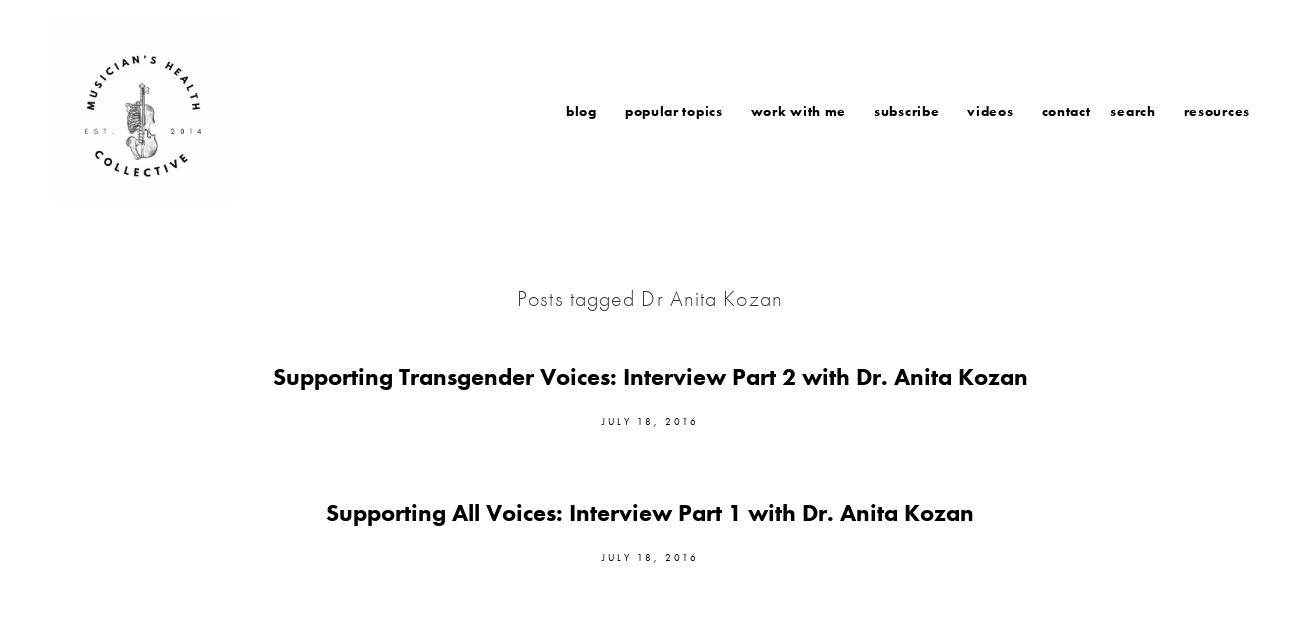 This screenshot has height=638, width=1300. Describe the element at coordinates (624, 109) in the screenshot. I see `'Popular Topics'` at that location.